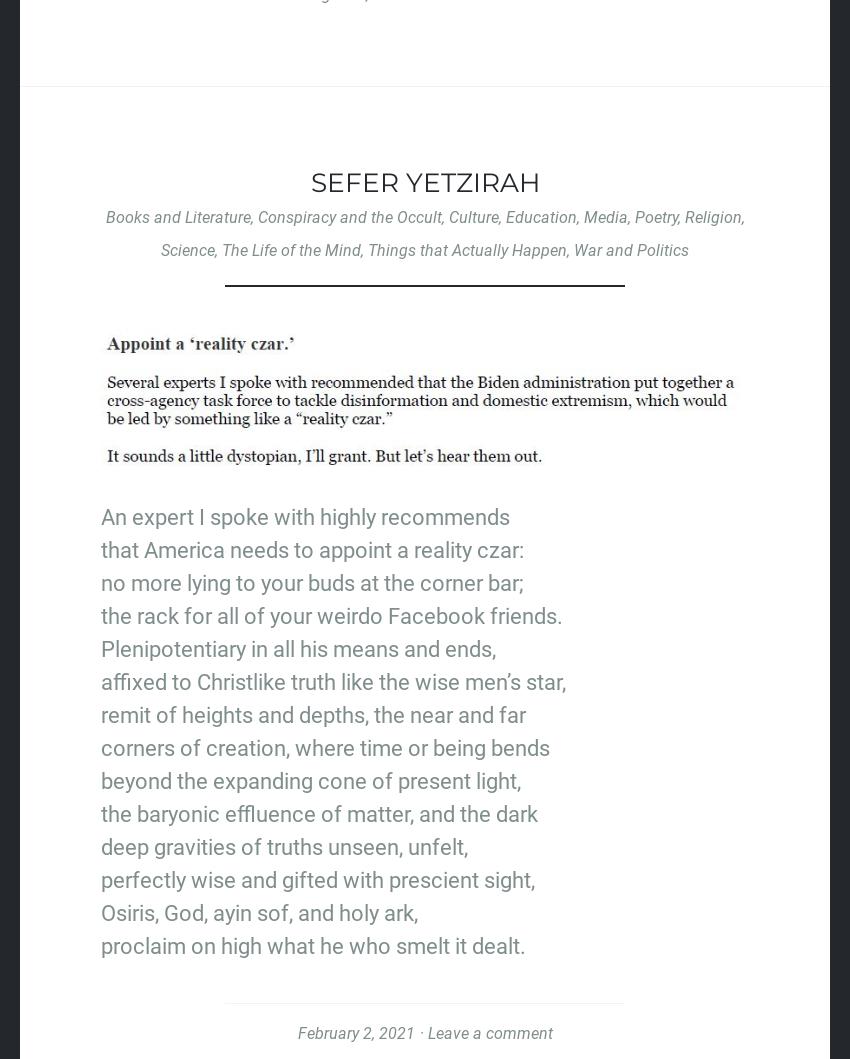  What do you see at coordinates (298, 648) in the screenshot?
I see `'Plenipotentiary in all his means and ends,'` at bounding box center [298, 648].